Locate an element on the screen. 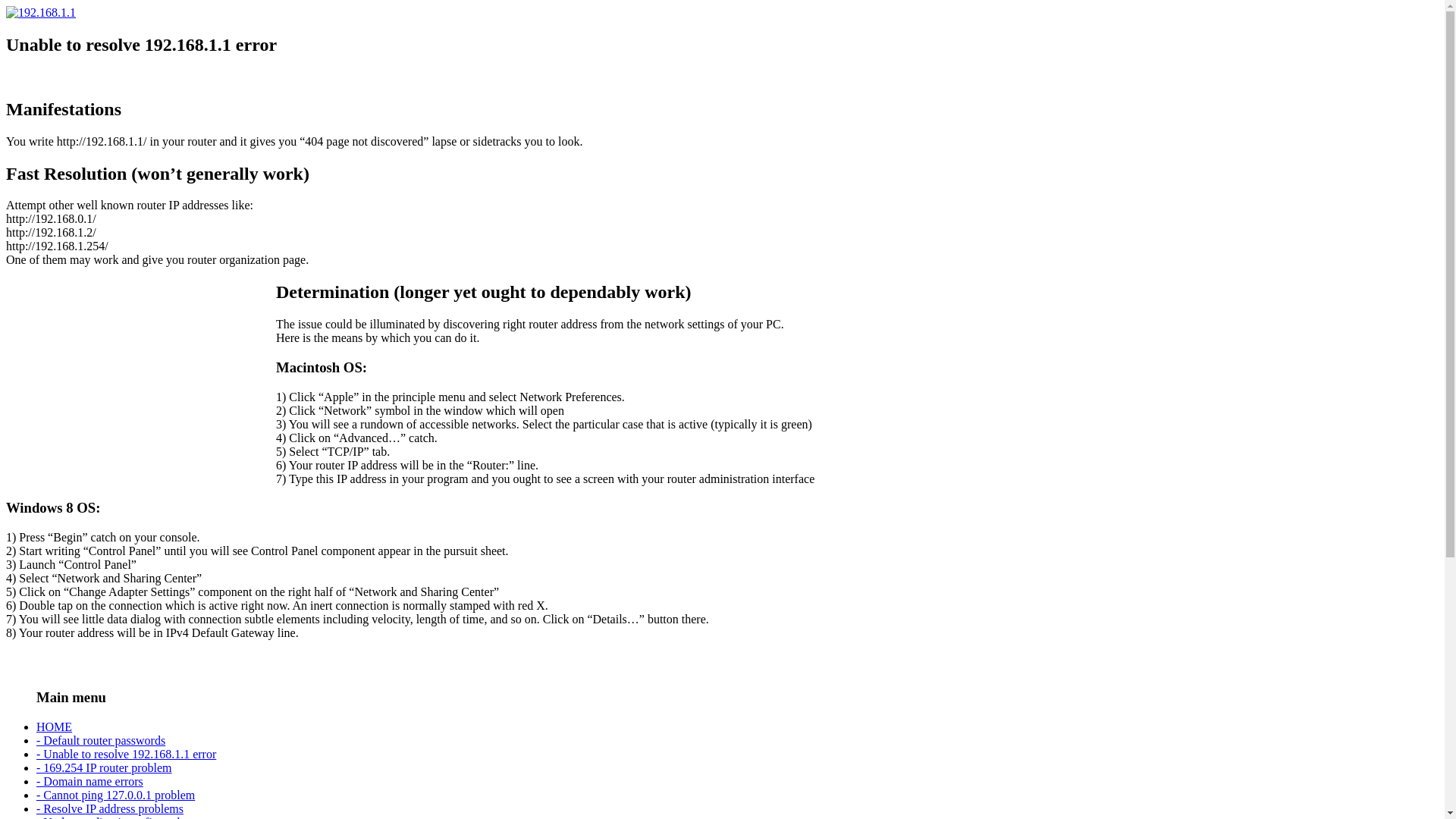 This screenshot has height=819, width=1456. '- Domain name errors' is located at coordinates (89, 781).